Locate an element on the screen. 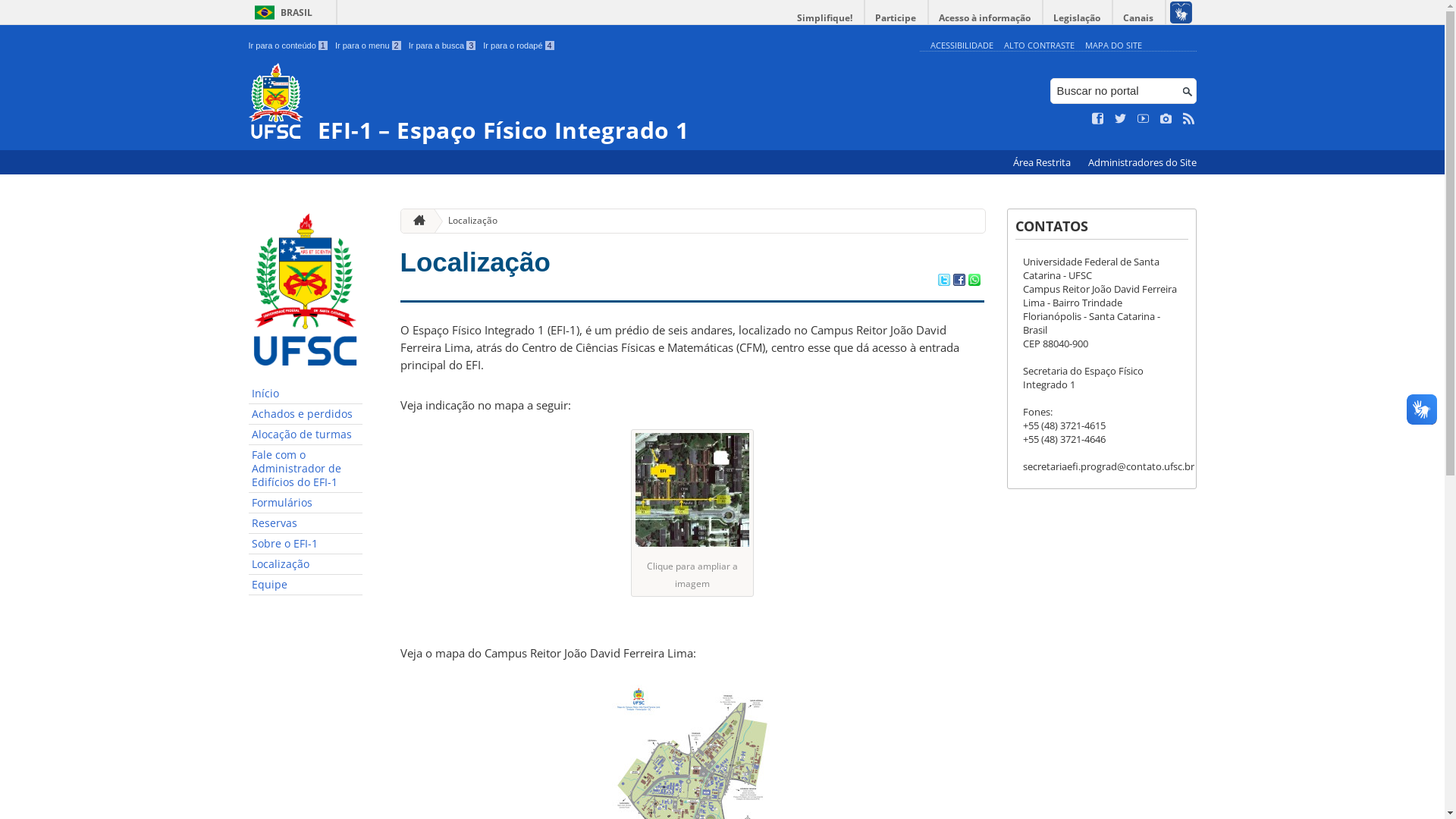  'Administradores do Site' is located at coordinates (1141, 162).